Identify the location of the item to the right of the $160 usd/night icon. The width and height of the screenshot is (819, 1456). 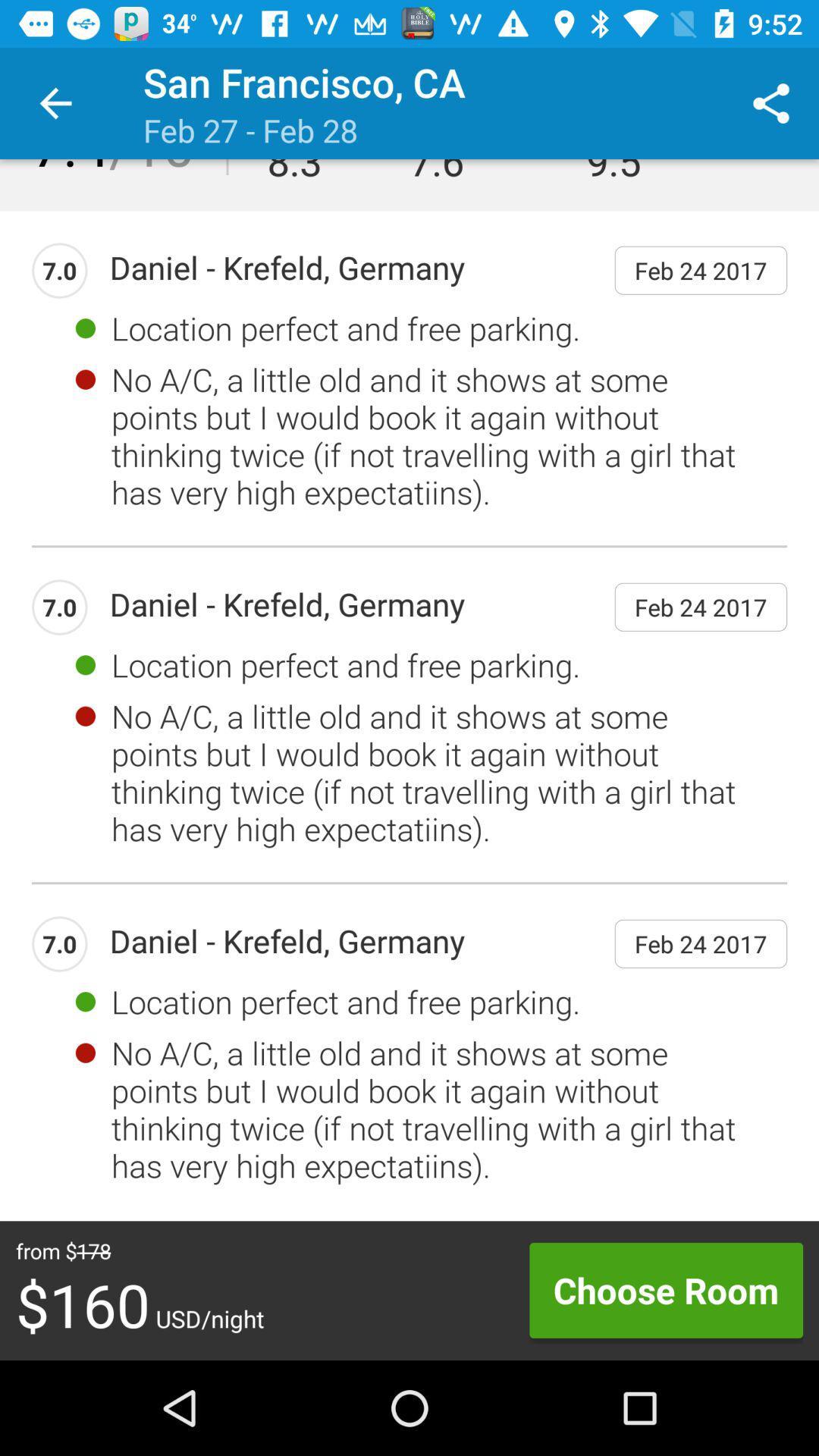
(665, 1289).